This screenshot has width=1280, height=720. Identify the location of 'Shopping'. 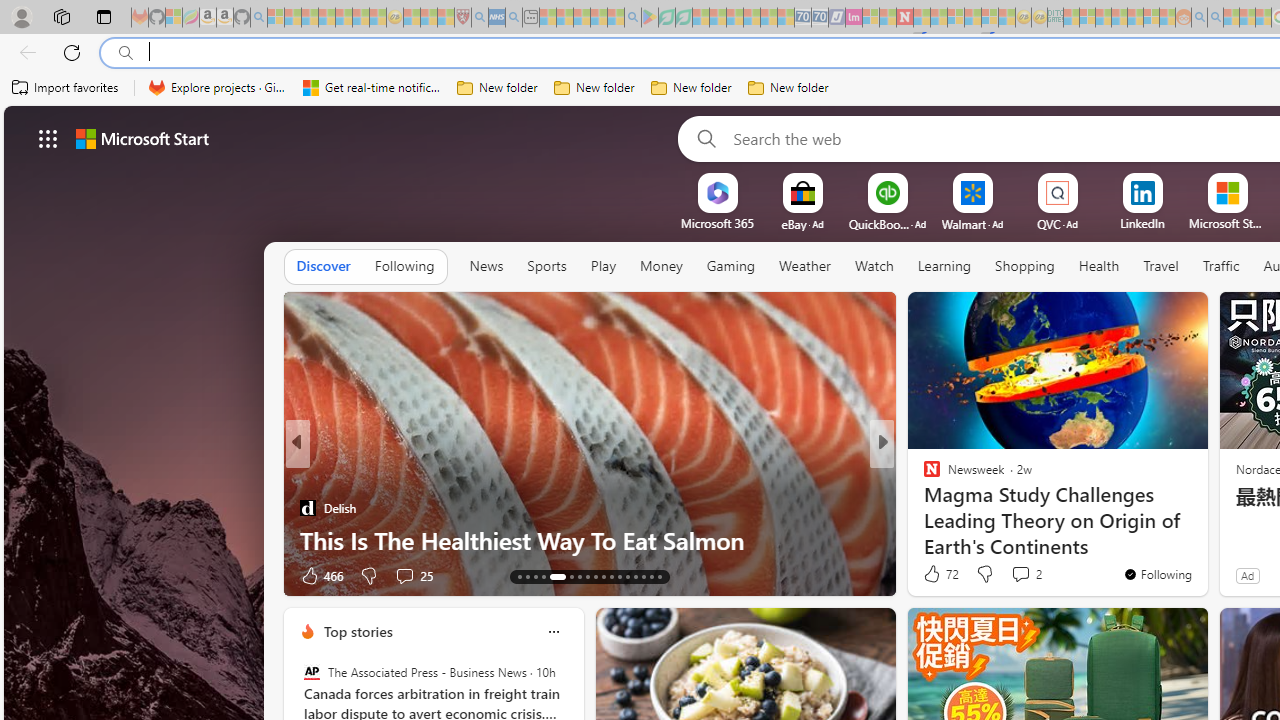
(1025, 265).